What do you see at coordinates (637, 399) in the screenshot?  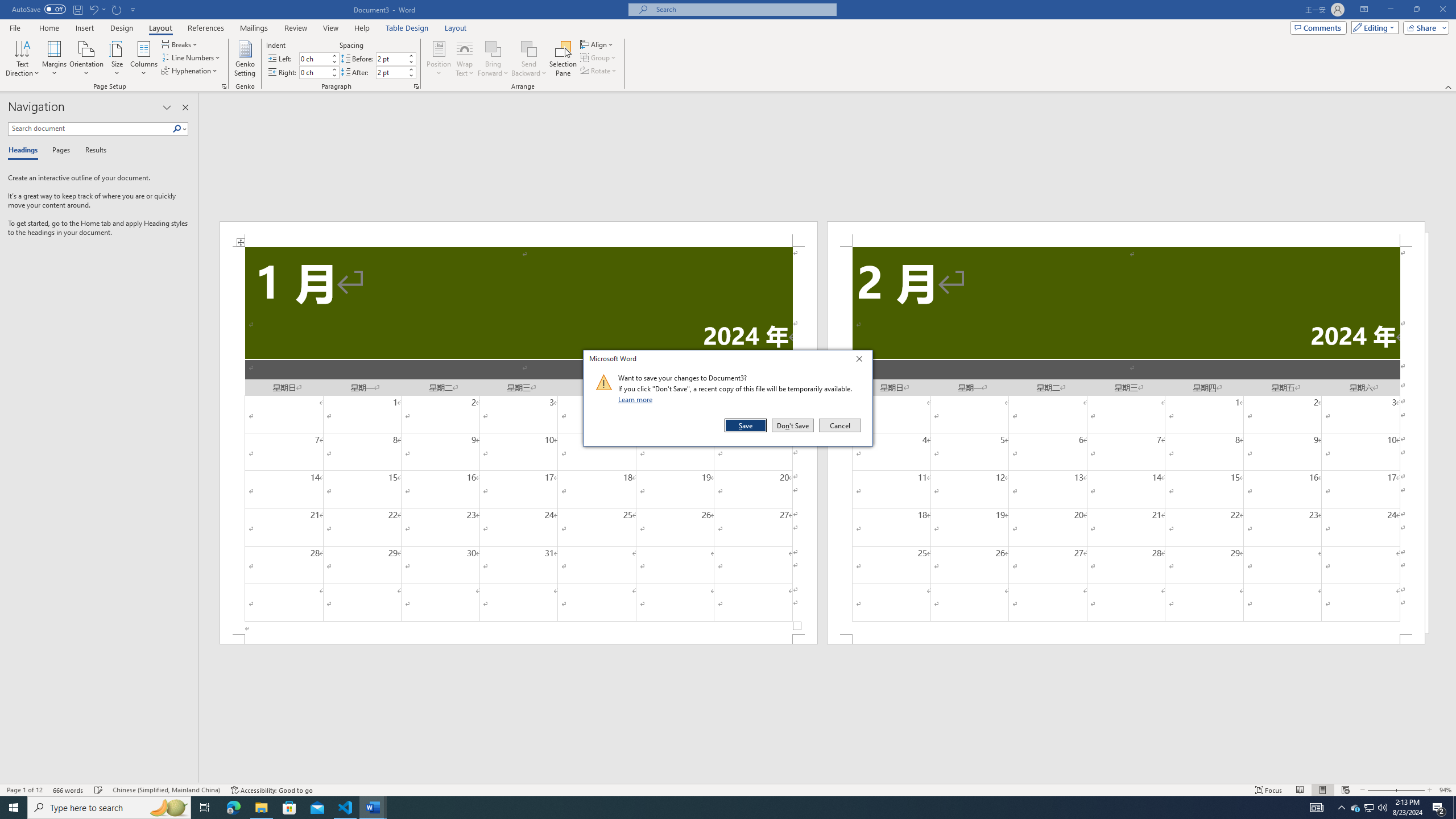 I see `'Learn more'` at bounding box center [637, 399].